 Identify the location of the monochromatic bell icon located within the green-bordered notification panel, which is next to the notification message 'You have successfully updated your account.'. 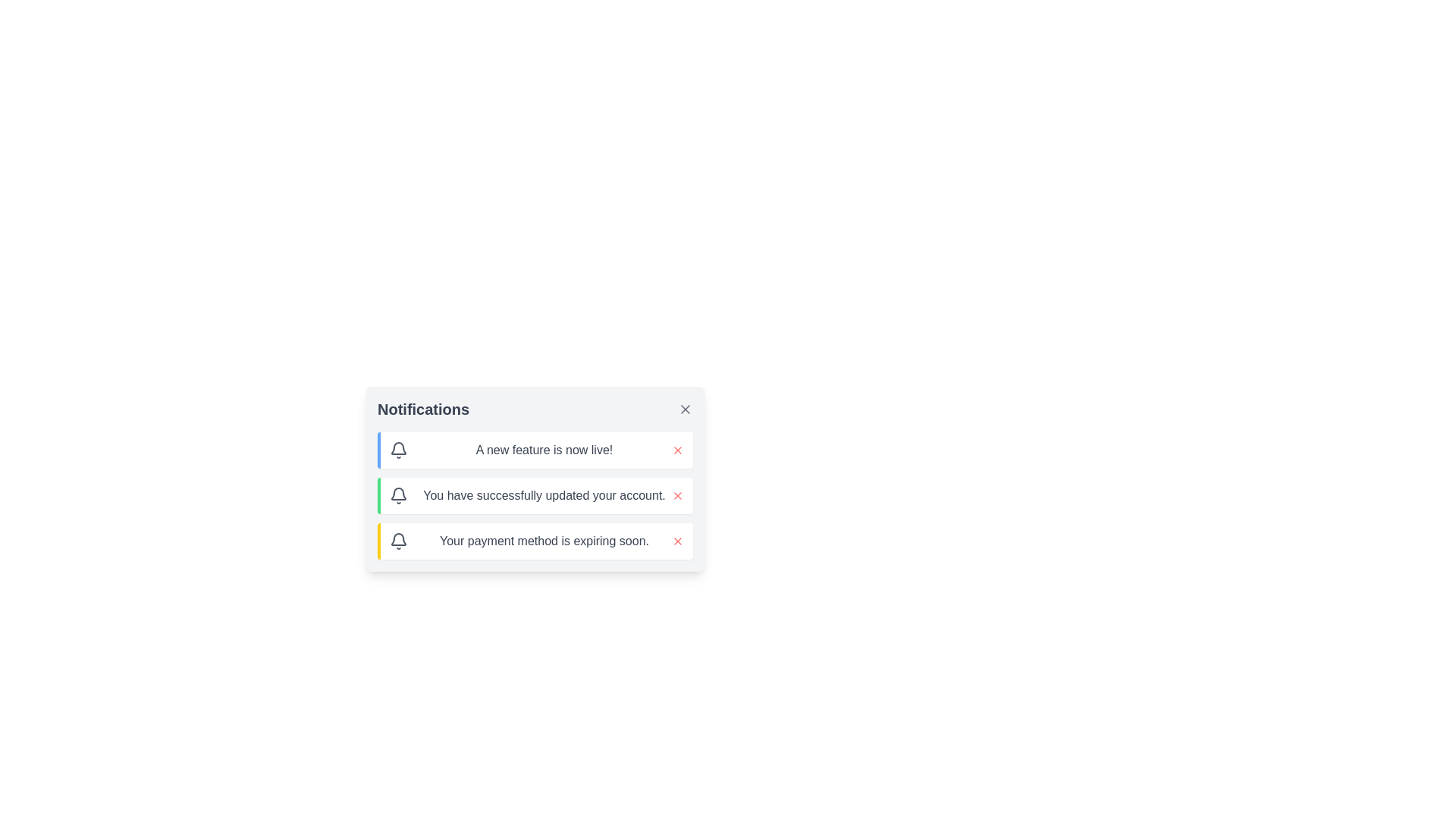
(399, 496).